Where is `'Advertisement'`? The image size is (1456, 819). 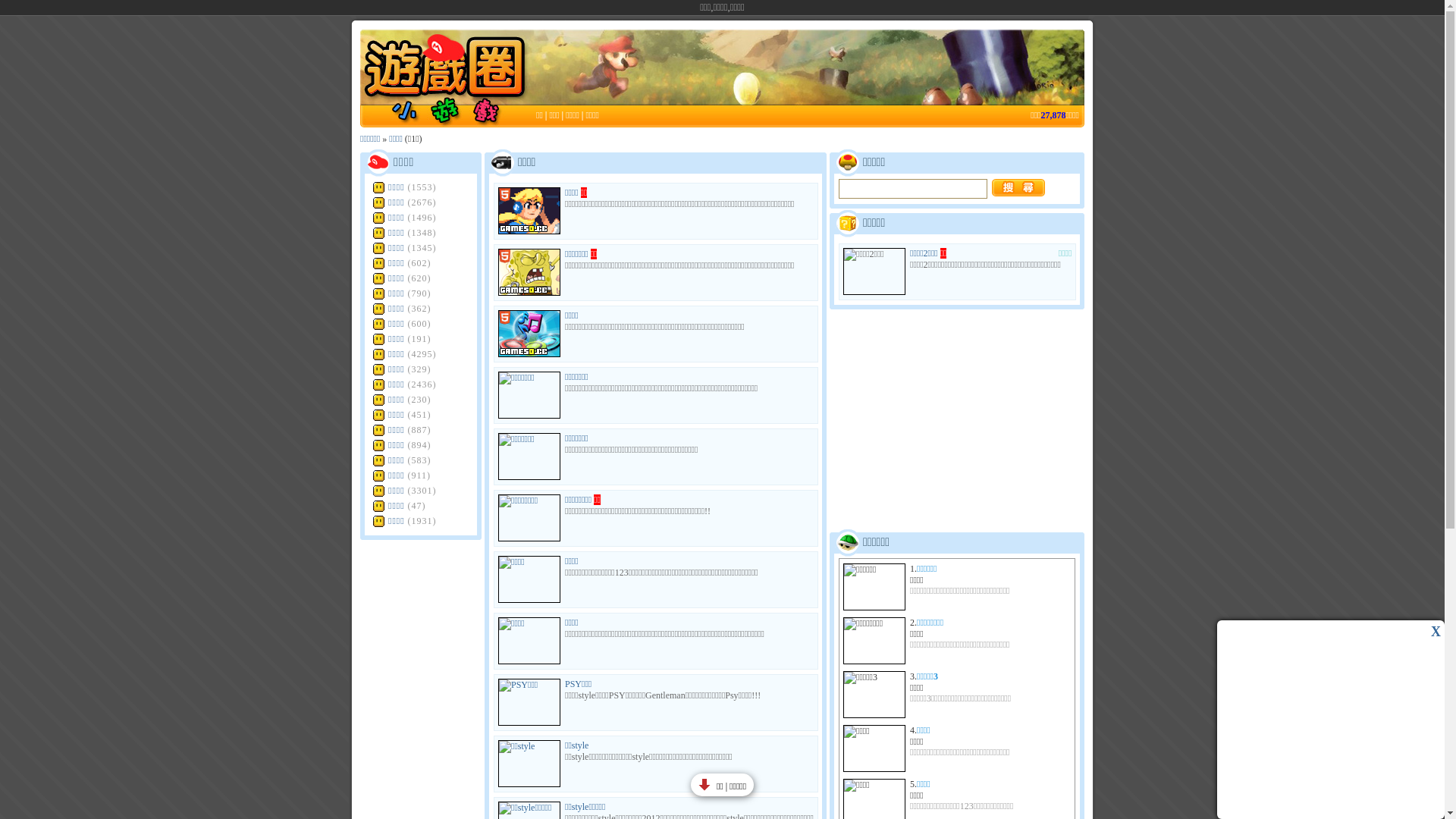
'Advertisement' is located at coordinates (956, 420).